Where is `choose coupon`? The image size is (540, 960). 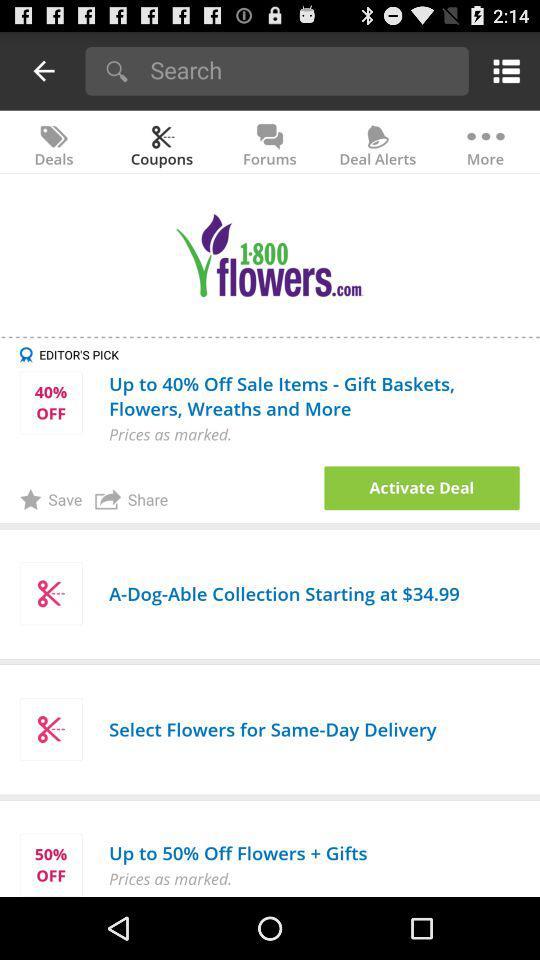
choose coupon is located at coordinates (421, 487).